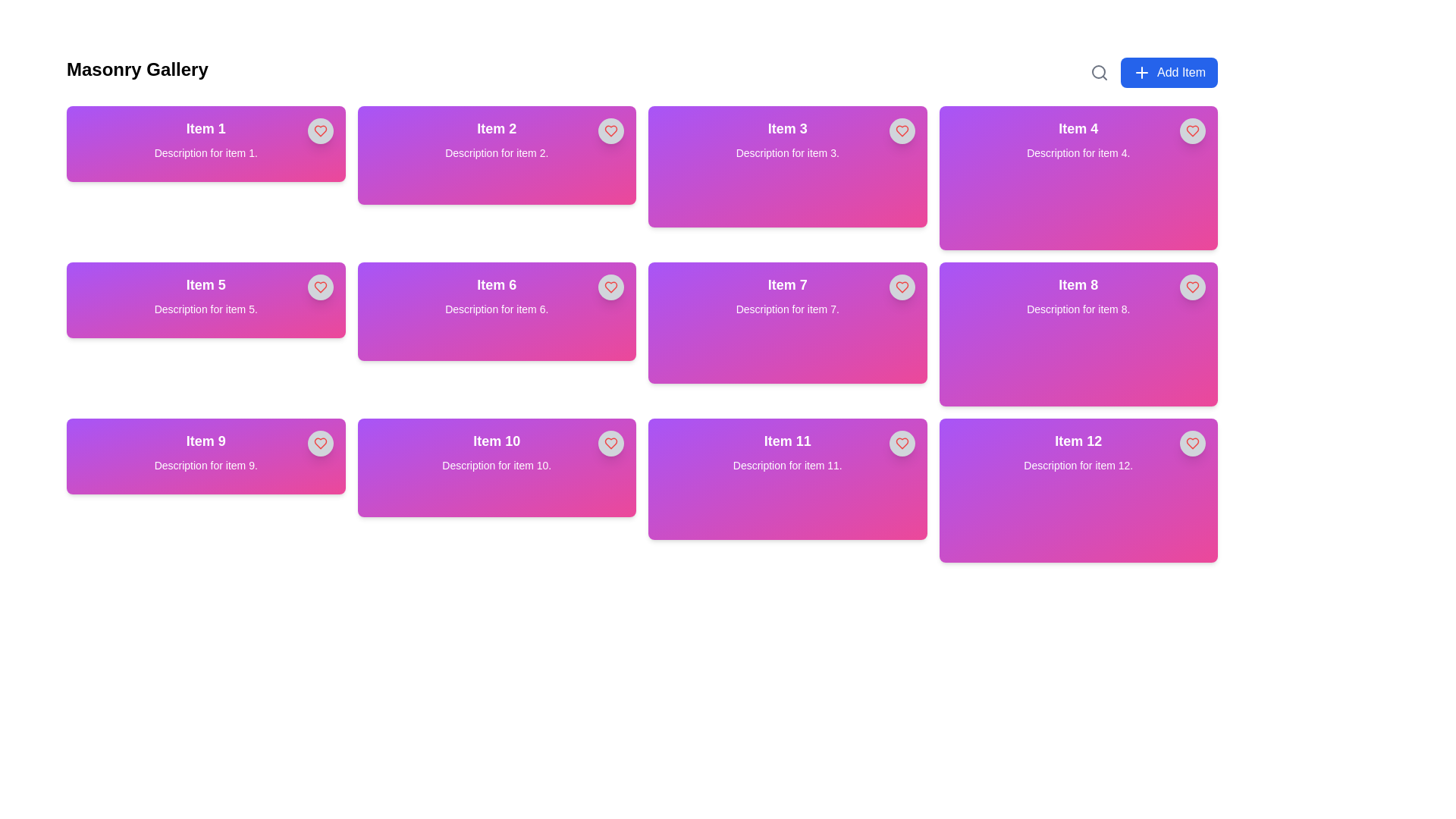  I want to click on the text label displaying 'Description for item 3.' located in the third card below the heading 'Item 3', so click(787, 152).